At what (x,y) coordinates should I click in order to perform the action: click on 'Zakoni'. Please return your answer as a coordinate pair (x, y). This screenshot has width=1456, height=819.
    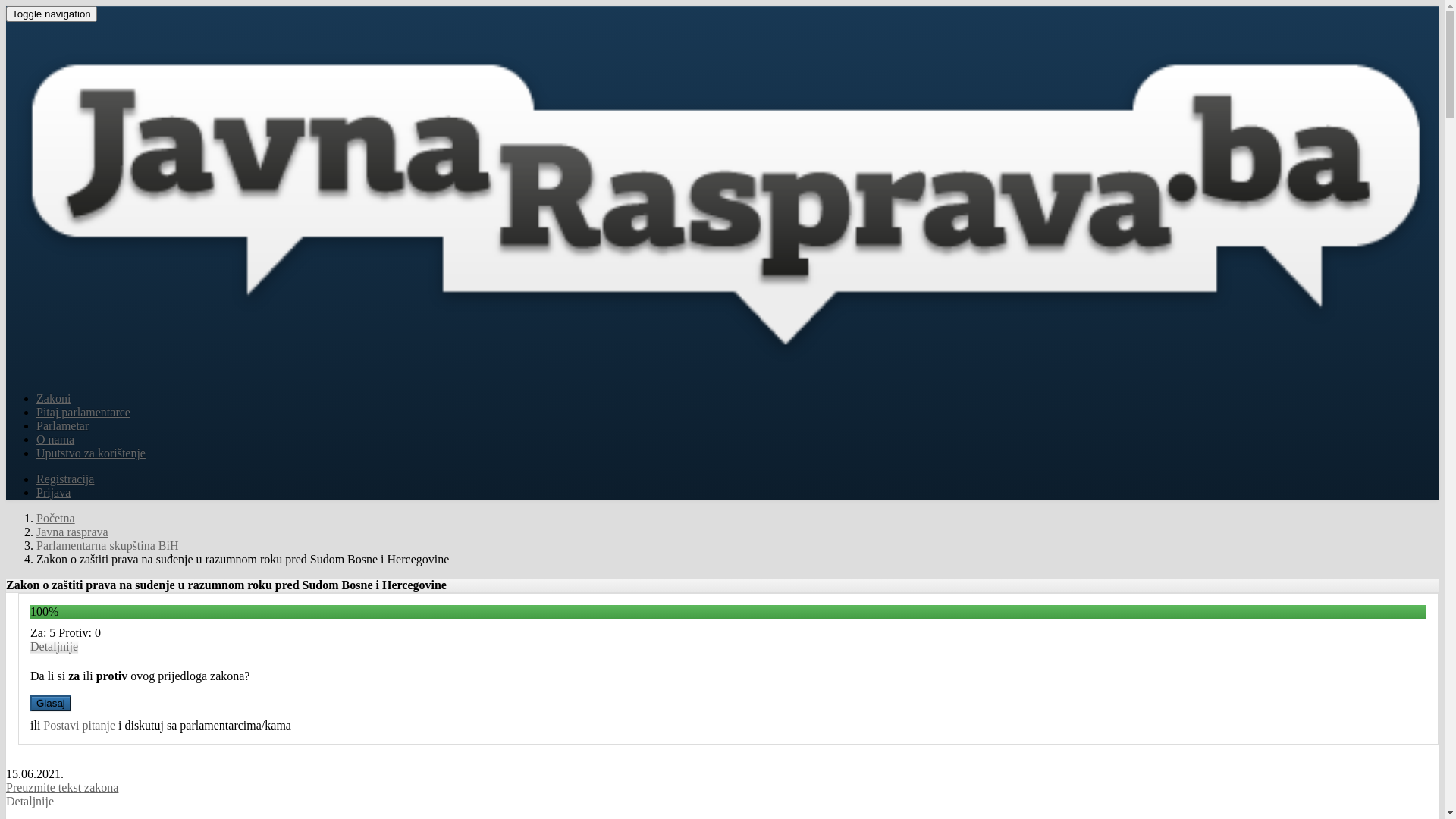
    Looking at the image, I should click on (53, 397).